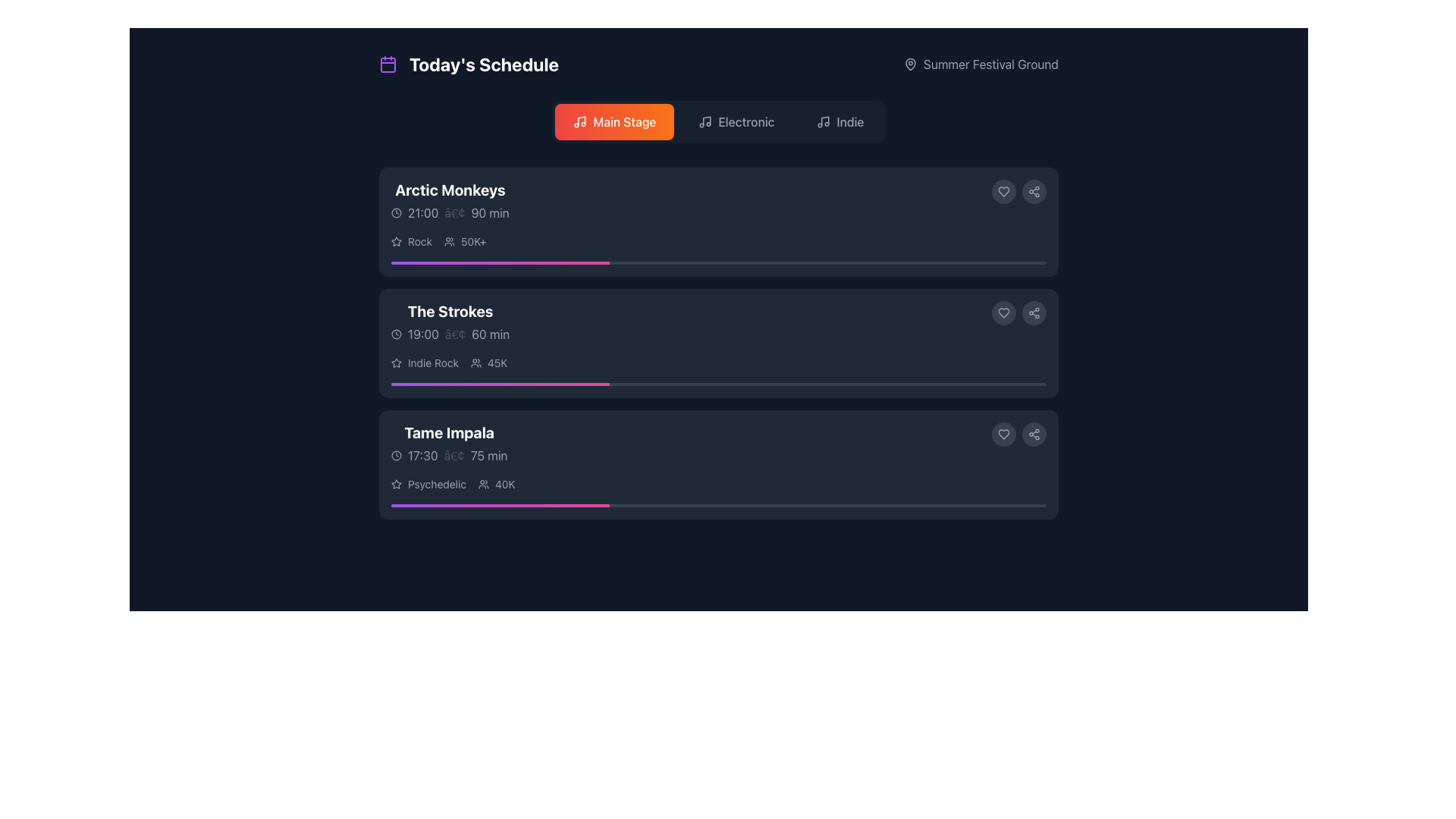  What do you see at coordinates (500, 262) in the screenshot?
I see `the progress bar with a gradient coloring transitioning from purple to pink, located under the 'Arctic Monkeys' event` at bounding box center [500, 262].